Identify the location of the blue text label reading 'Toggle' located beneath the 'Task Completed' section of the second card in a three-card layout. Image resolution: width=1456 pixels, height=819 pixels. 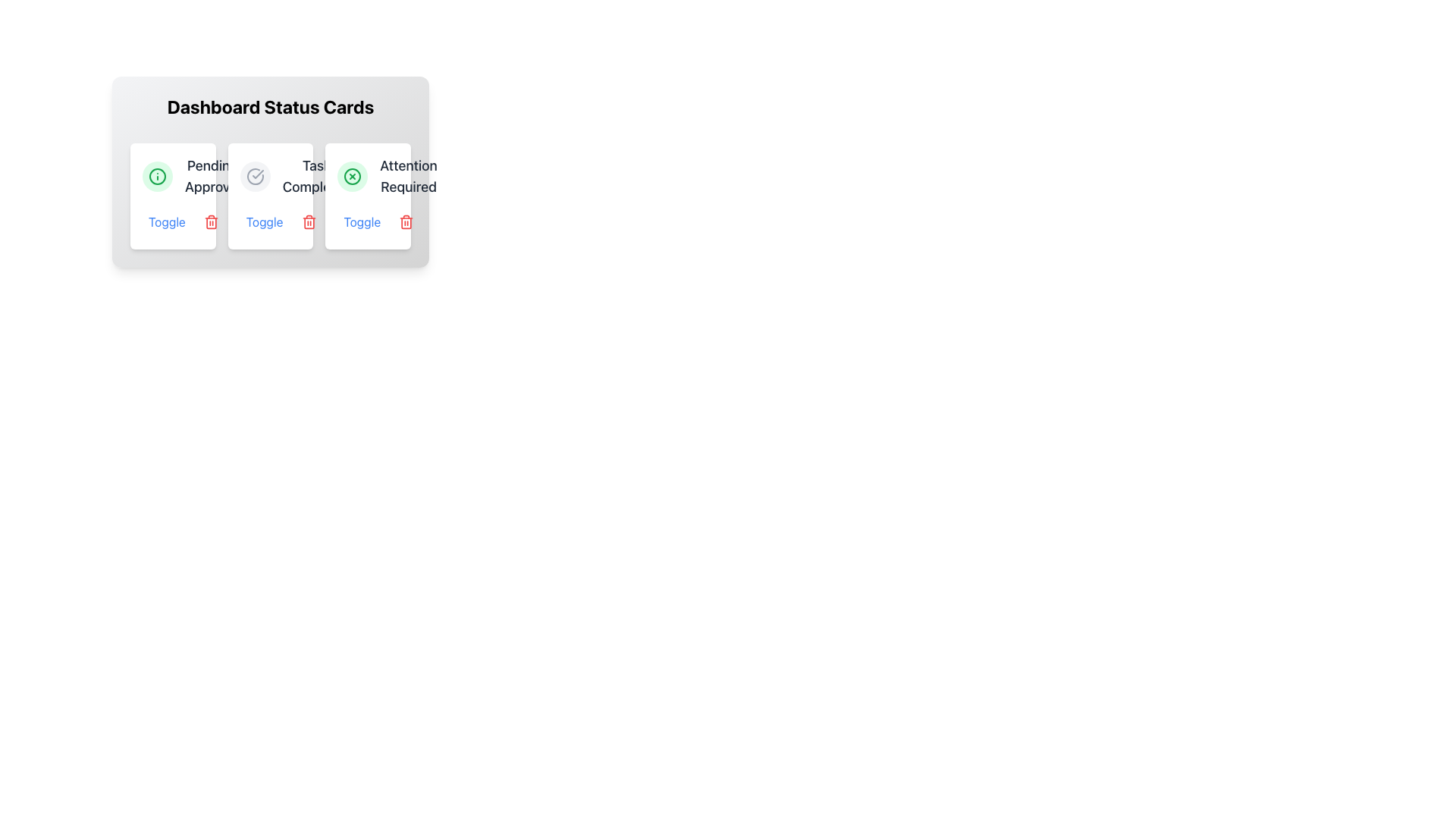
(270, 222).